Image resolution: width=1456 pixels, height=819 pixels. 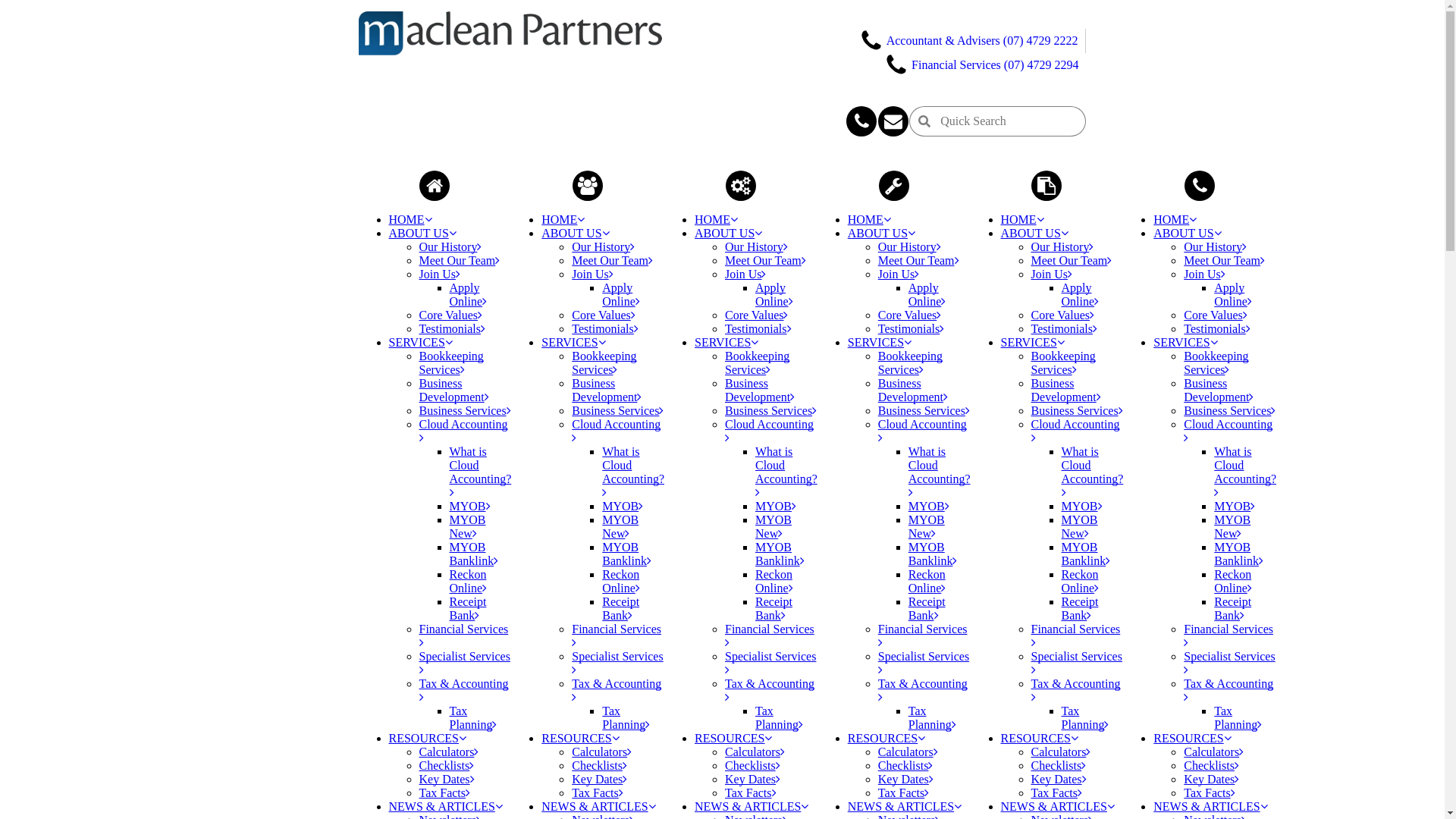 I want to click on 'Apply Online', so click(x=621, y=294).